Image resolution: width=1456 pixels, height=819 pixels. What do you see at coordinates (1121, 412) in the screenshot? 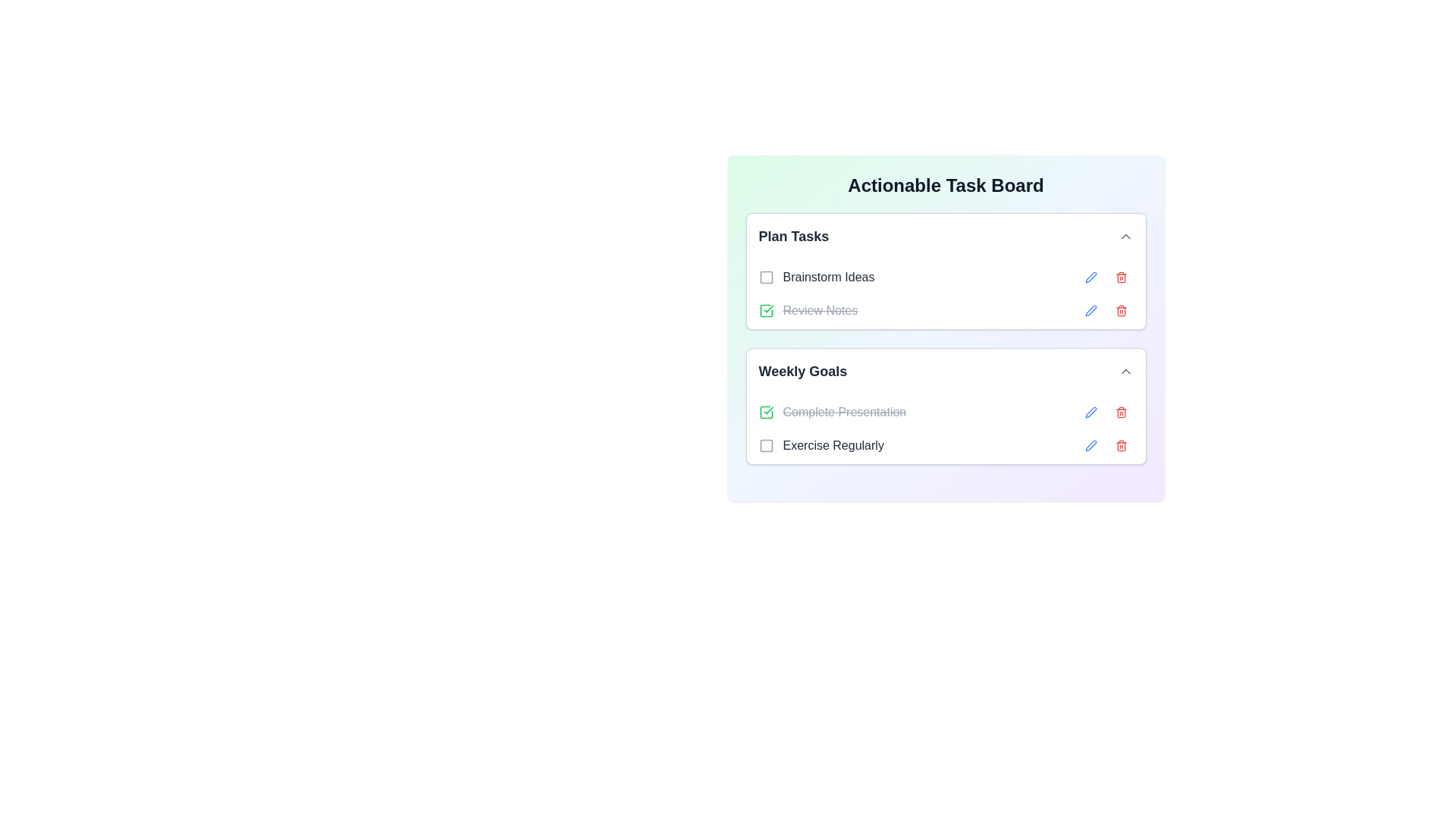
I see `the deletion button located at the far right of the three interactive elements in the 'Weekly Goals' task list` at bounding box center [1121, 412].